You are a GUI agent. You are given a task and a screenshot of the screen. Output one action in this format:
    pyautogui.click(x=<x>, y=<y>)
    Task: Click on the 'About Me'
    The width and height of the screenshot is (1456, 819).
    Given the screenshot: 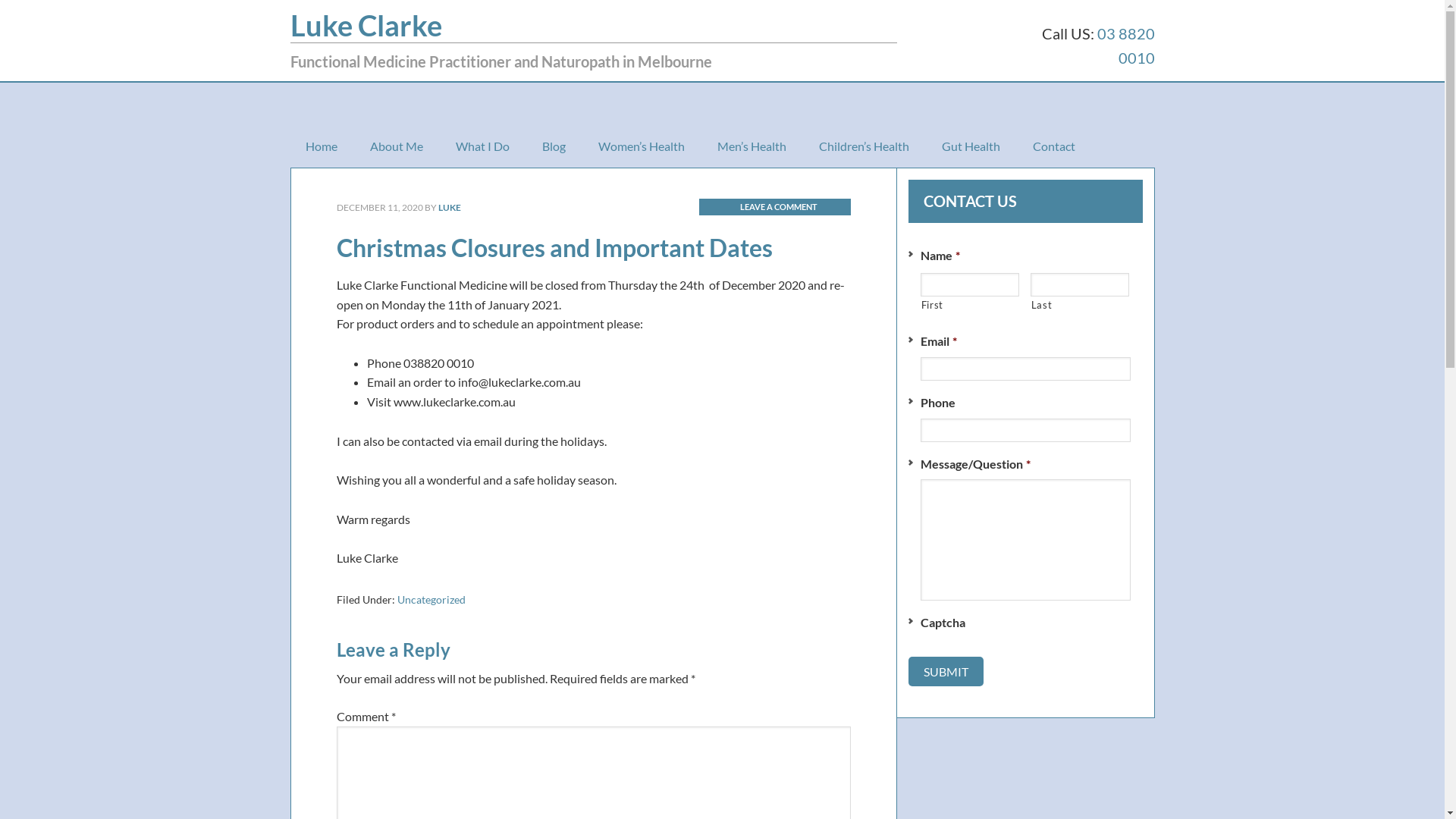 What is the action you would take?
    pyautogui.click(x=397, y=146)
    